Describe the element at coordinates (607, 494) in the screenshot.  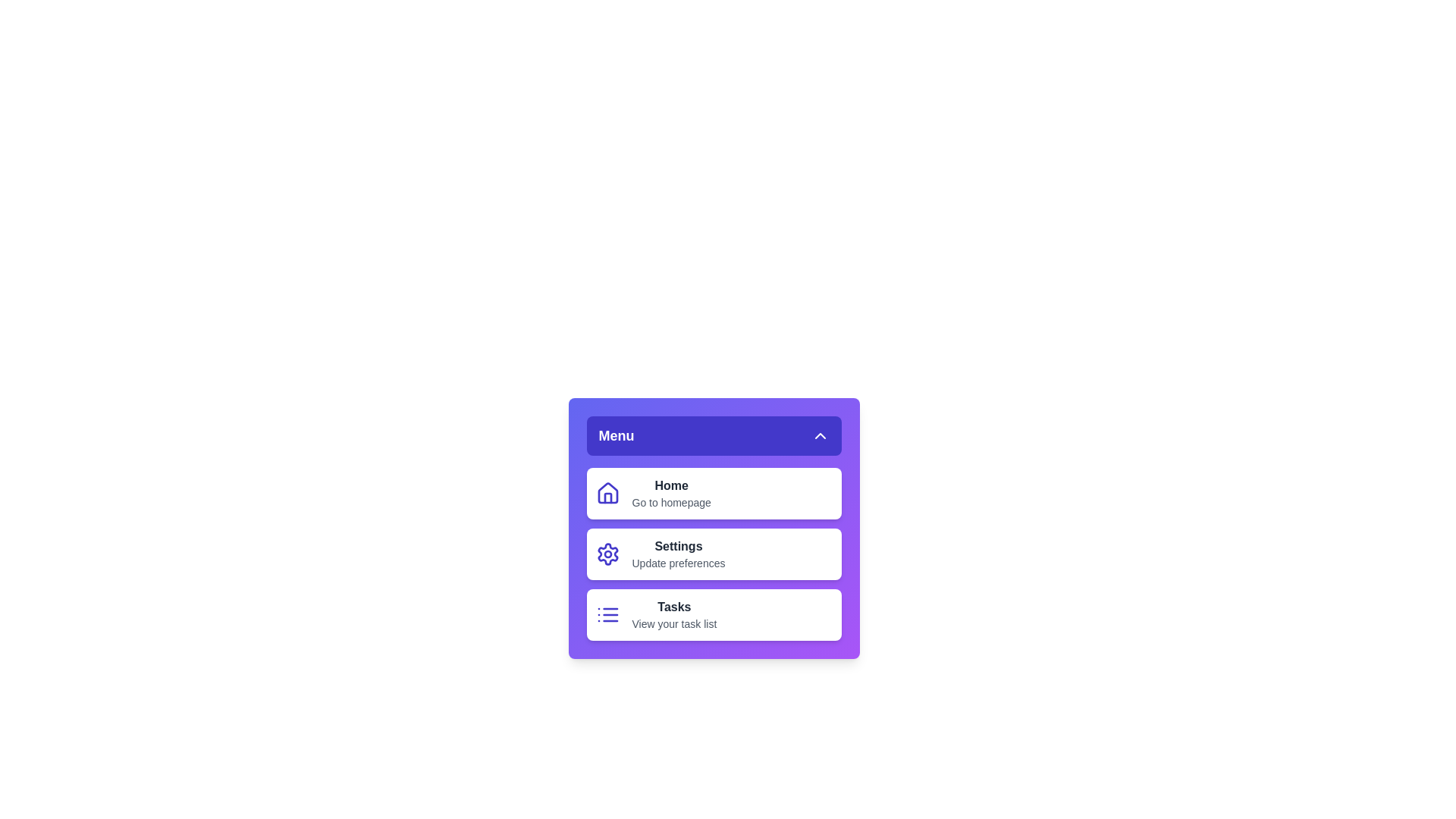
I see `the Home icon to inspect its visual feedback` at that location.